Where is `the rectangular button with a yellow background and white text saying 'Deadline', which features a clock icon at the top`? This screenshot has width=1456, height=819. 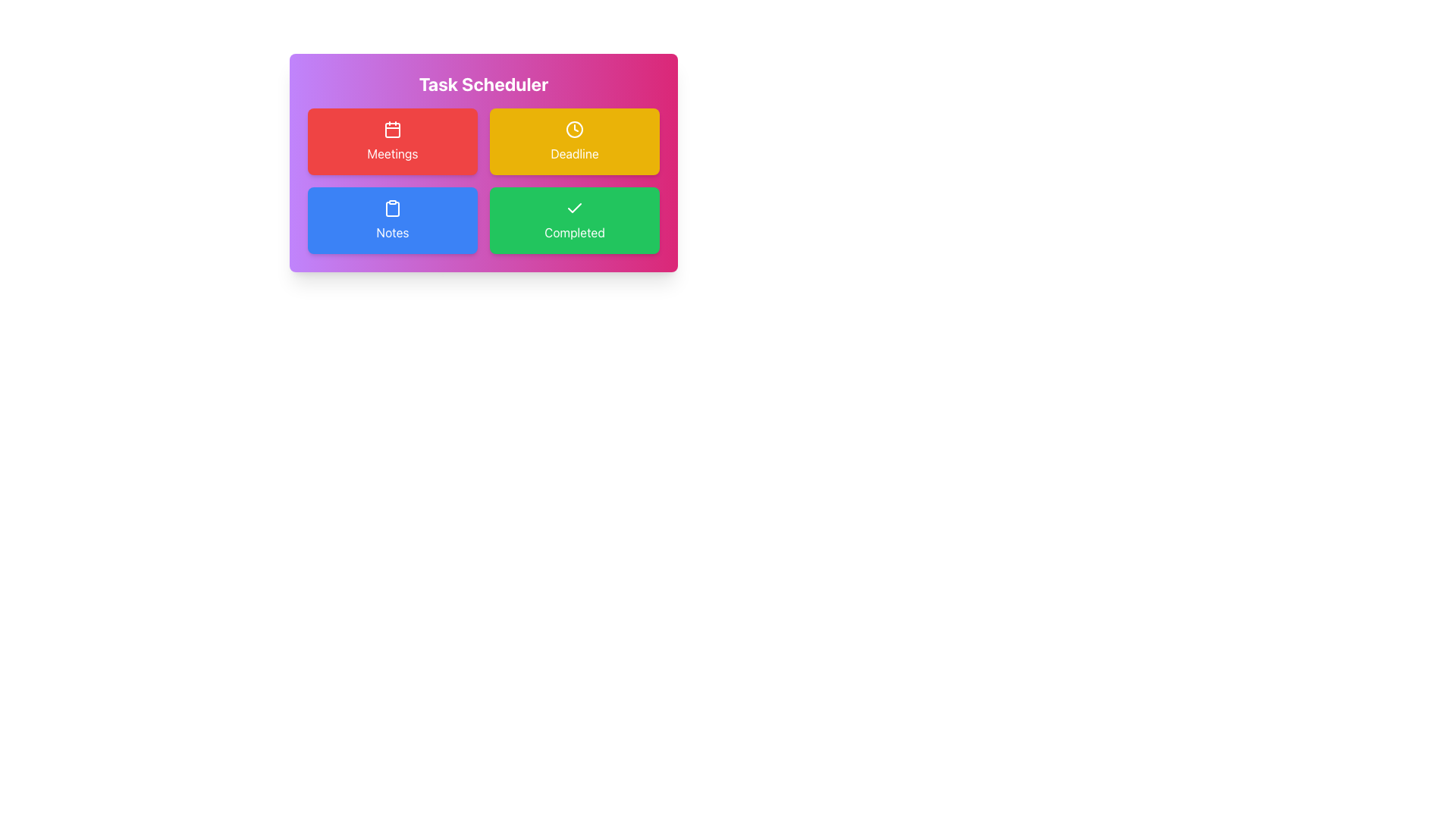 the rectangular button with a yellow background and white text saying 'Deadline', which features a clock icon at the top is located at coordinates (574, 141).